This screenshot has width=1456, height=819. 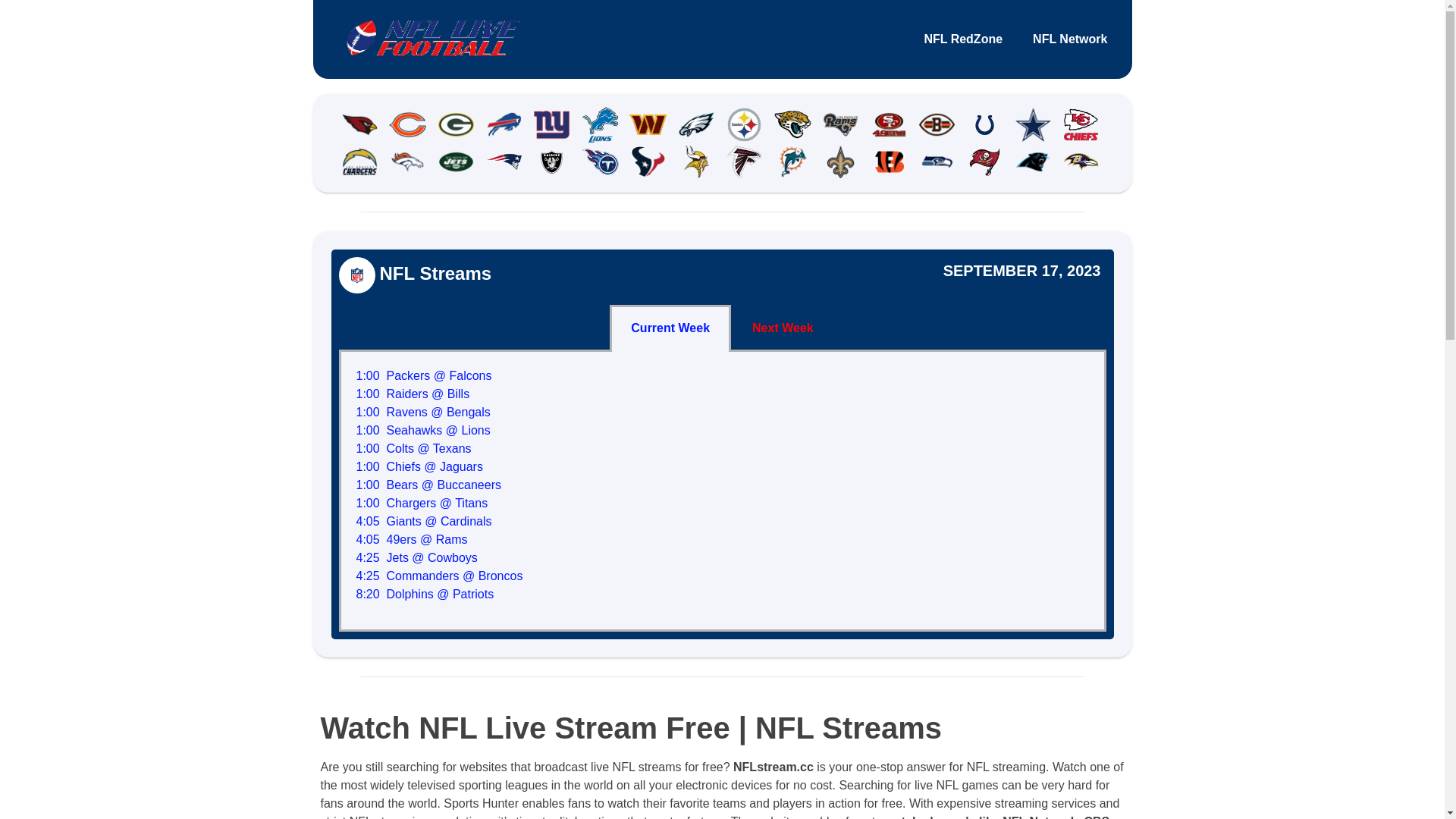 I want to click on 'Chiefs @ Jaguars', so click(x=434, y=466).